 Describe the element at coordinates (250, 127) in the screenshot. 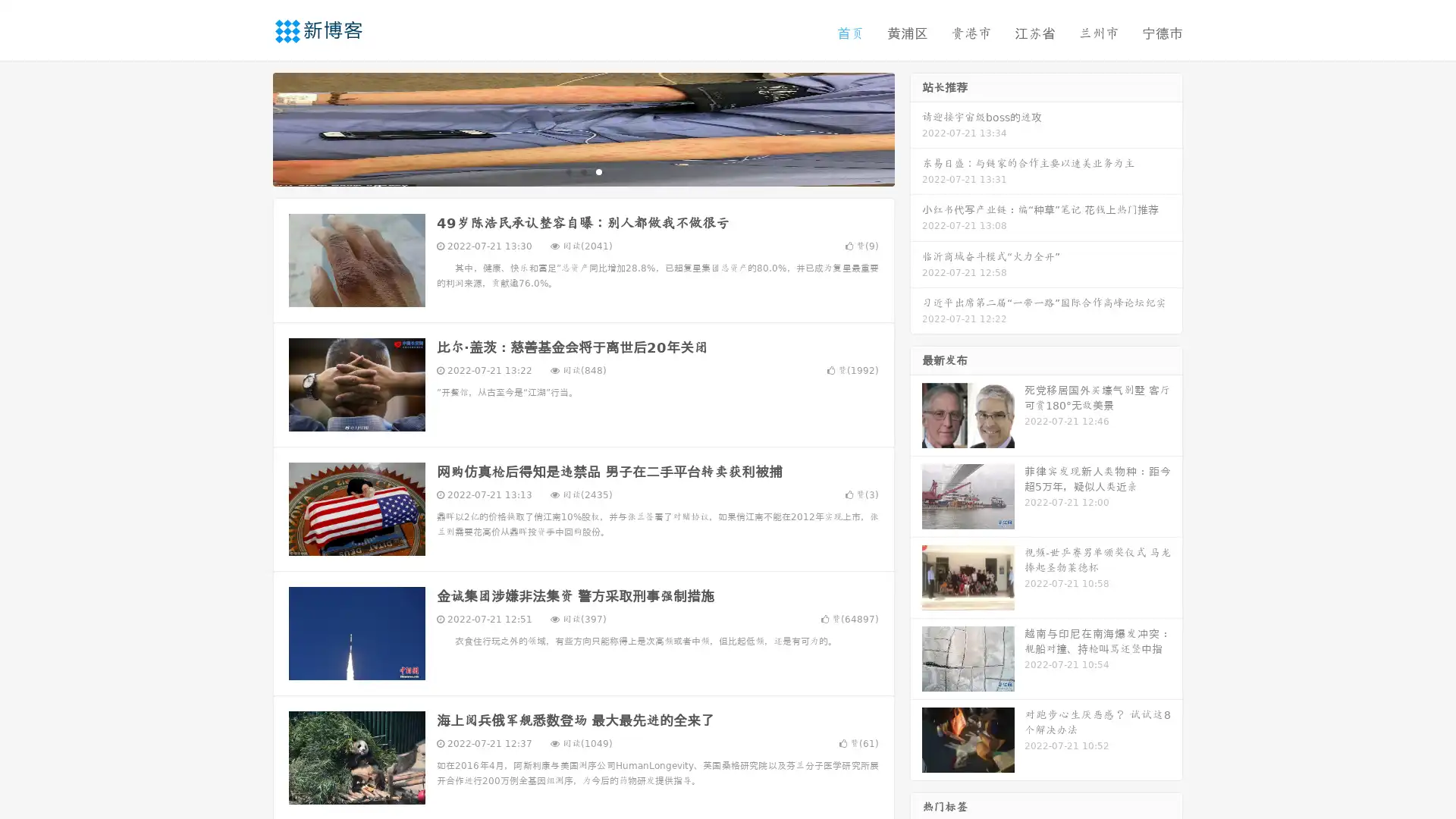

I see `Previous slide` at that location.